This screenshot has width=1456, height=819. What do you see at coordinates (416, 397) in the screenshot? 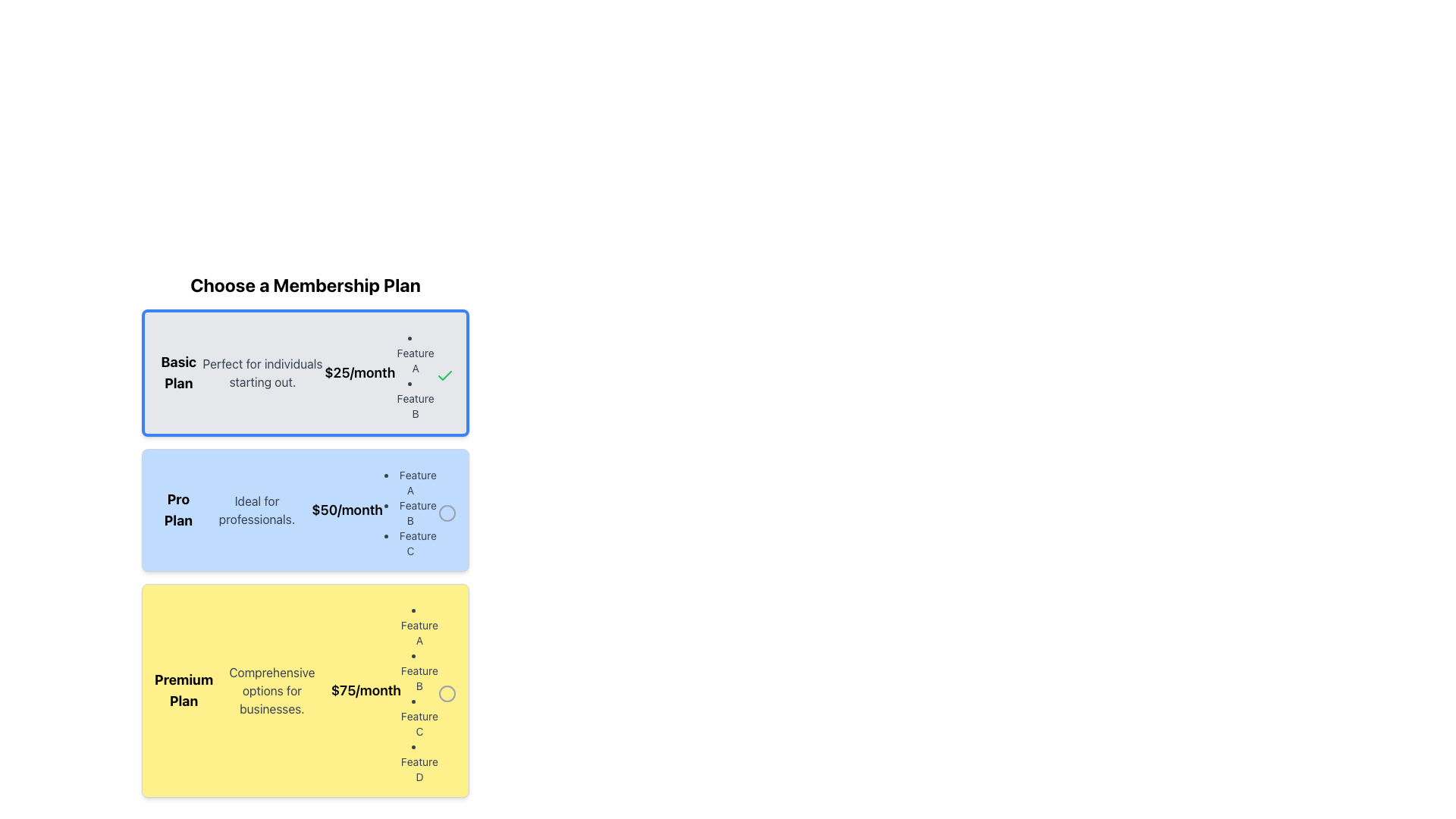
I see `the 'Feature B' text label, which describes an included feature in the 'Basic Plan' section, located directly beneath 'Feature A'` at bounding box center [416, 397].